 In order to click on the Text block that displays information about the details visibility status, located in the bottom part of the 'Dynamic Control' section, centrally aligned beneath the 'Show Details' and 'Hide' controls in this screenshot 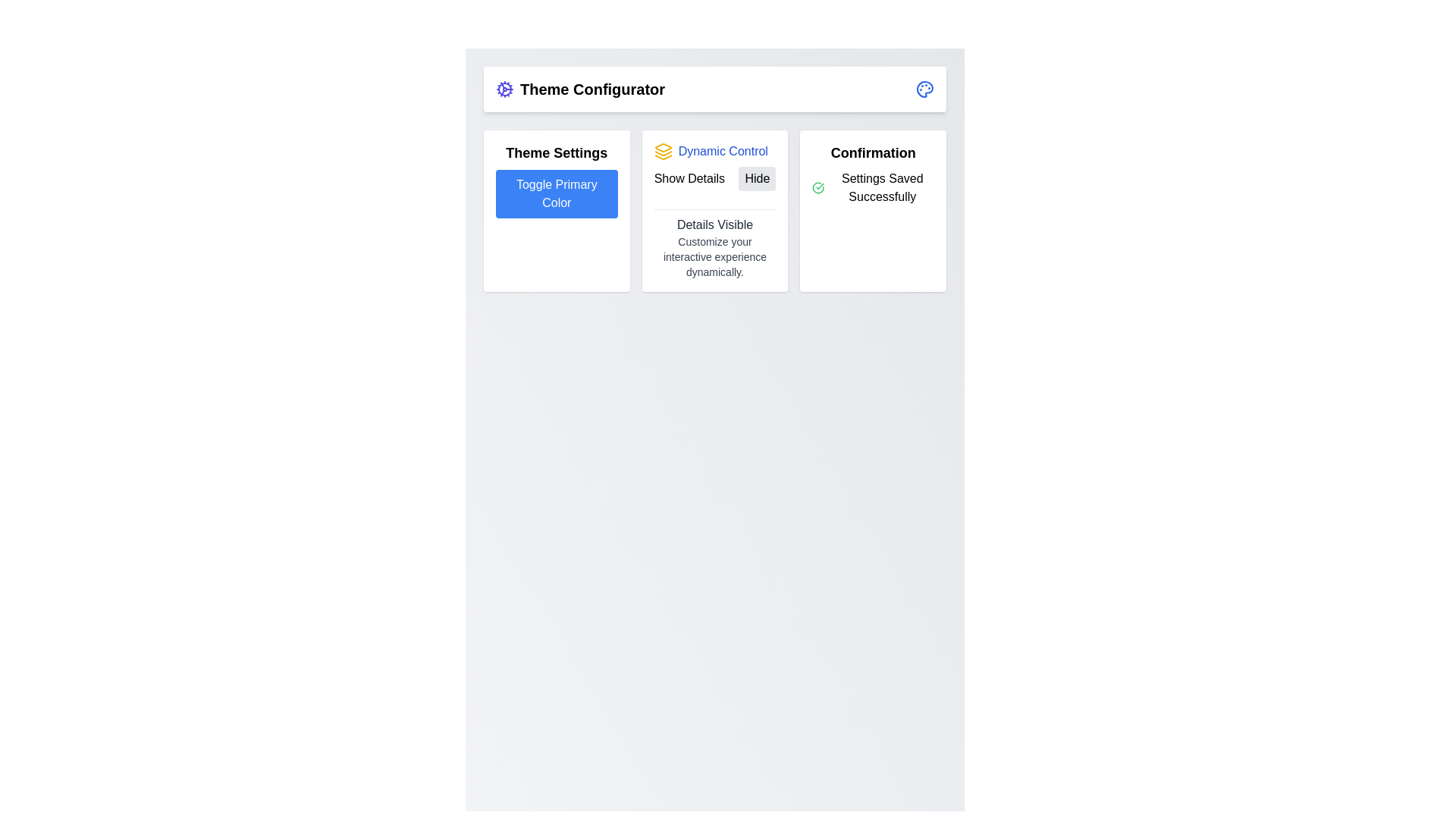, I will do `click(714, 243)`.